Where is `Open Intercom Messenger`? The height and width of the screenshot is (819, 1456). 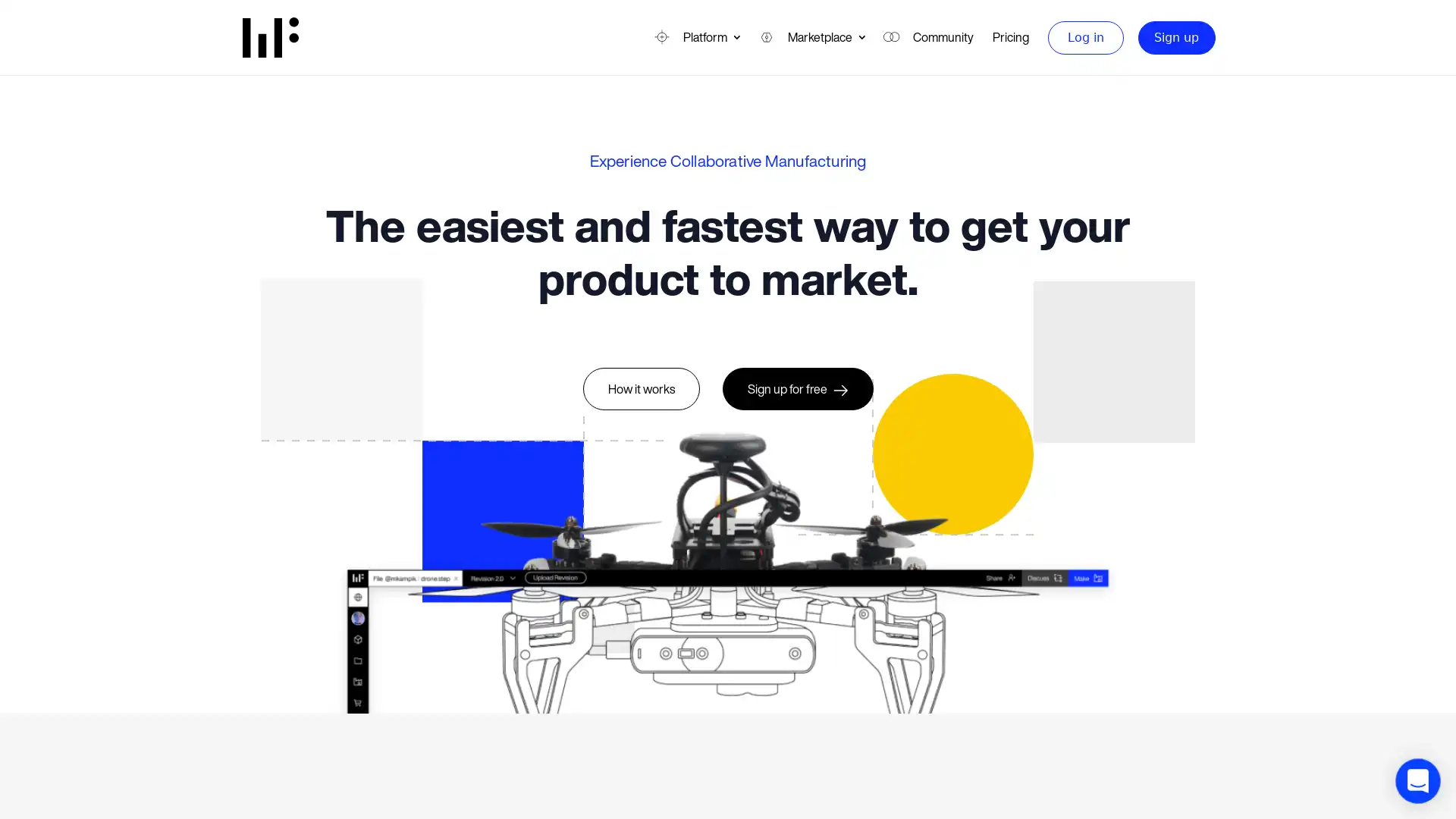
Open Intercom Messenger is located at coordinates (1417, 780).